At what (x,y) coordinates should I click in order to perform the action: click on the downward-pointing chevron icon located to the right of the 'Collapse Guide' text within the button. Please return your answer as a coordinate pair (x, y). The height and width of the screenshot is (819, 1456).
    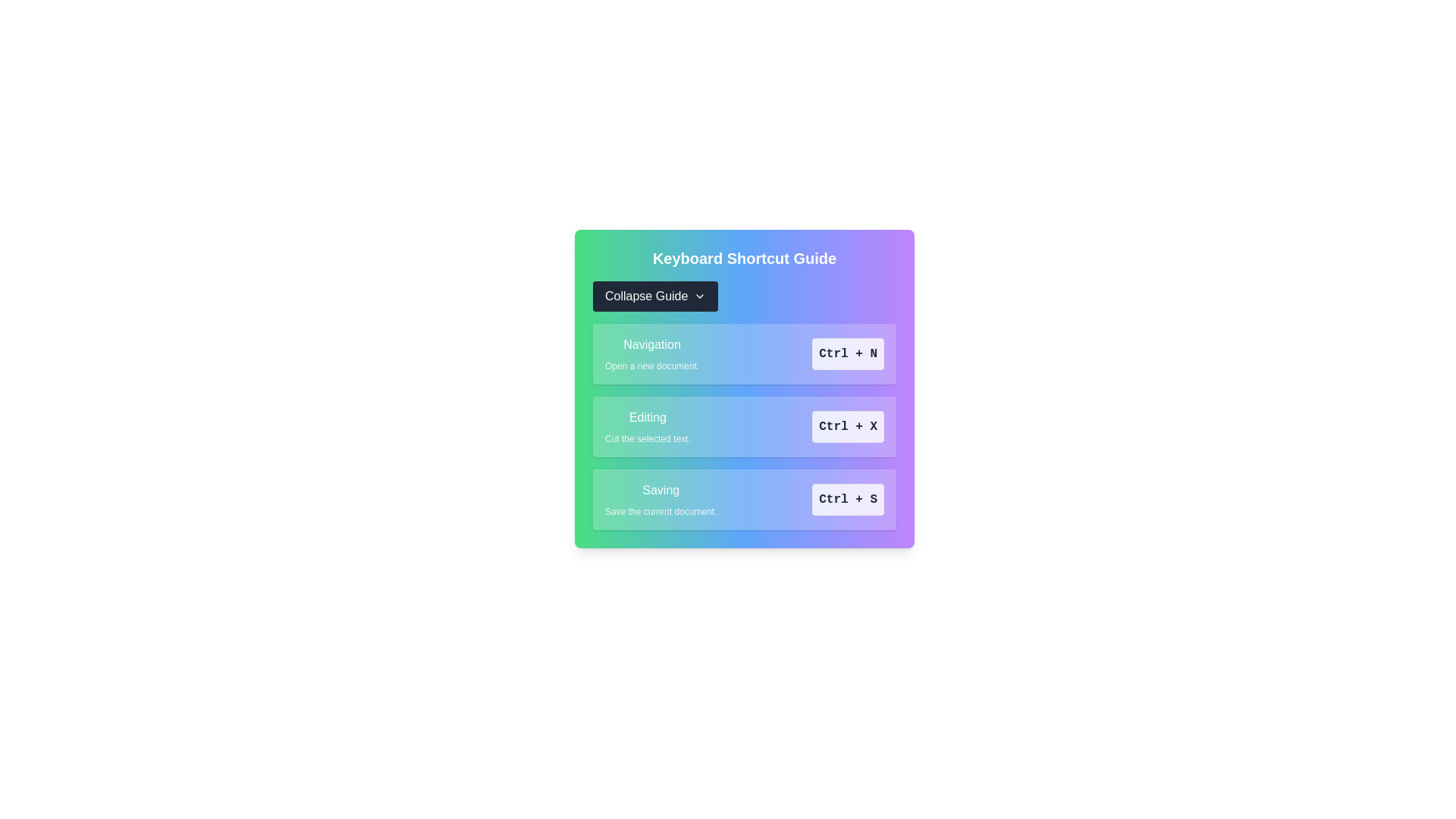
    Looking at the image, I should click on (699, 296).